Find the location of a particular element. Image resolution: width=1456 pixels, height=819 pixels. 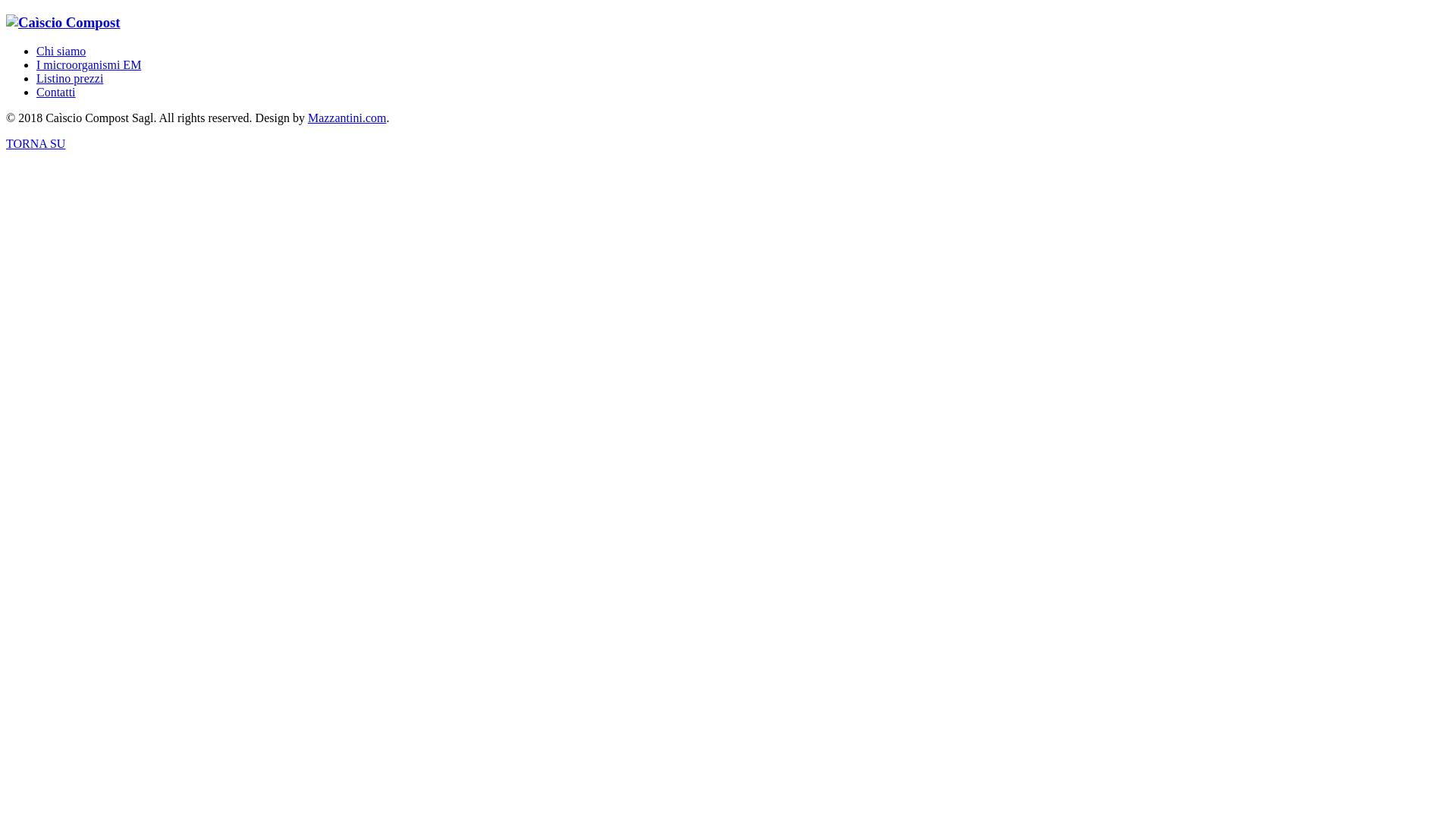

'Chi siamo' is located at coordinates (36, 50).